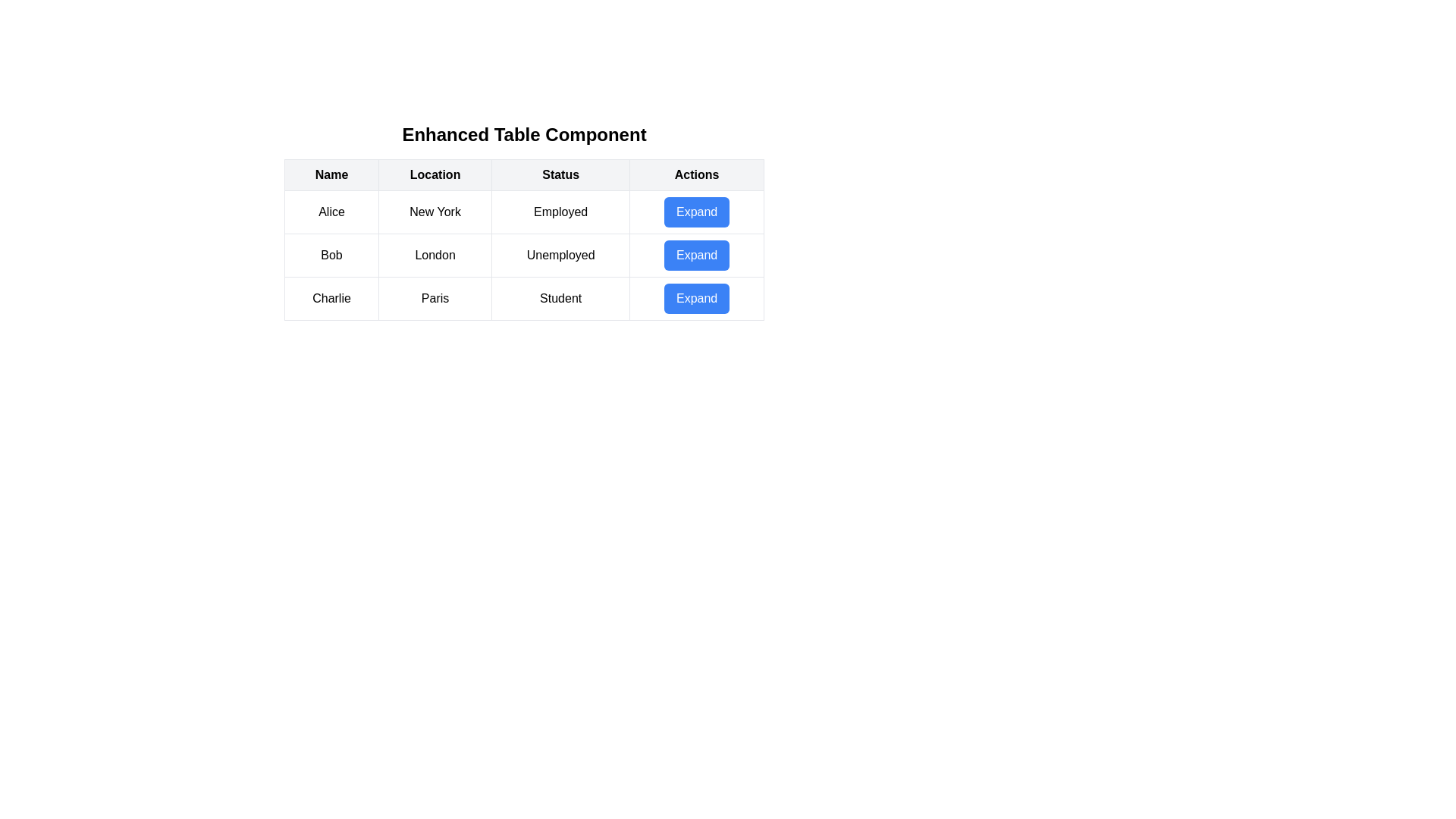 Image resolution: width=1456 pixels, height=819 pixels. I want to click on the first button in the 'Actions' column of the first row of the table, so click(696, 212).